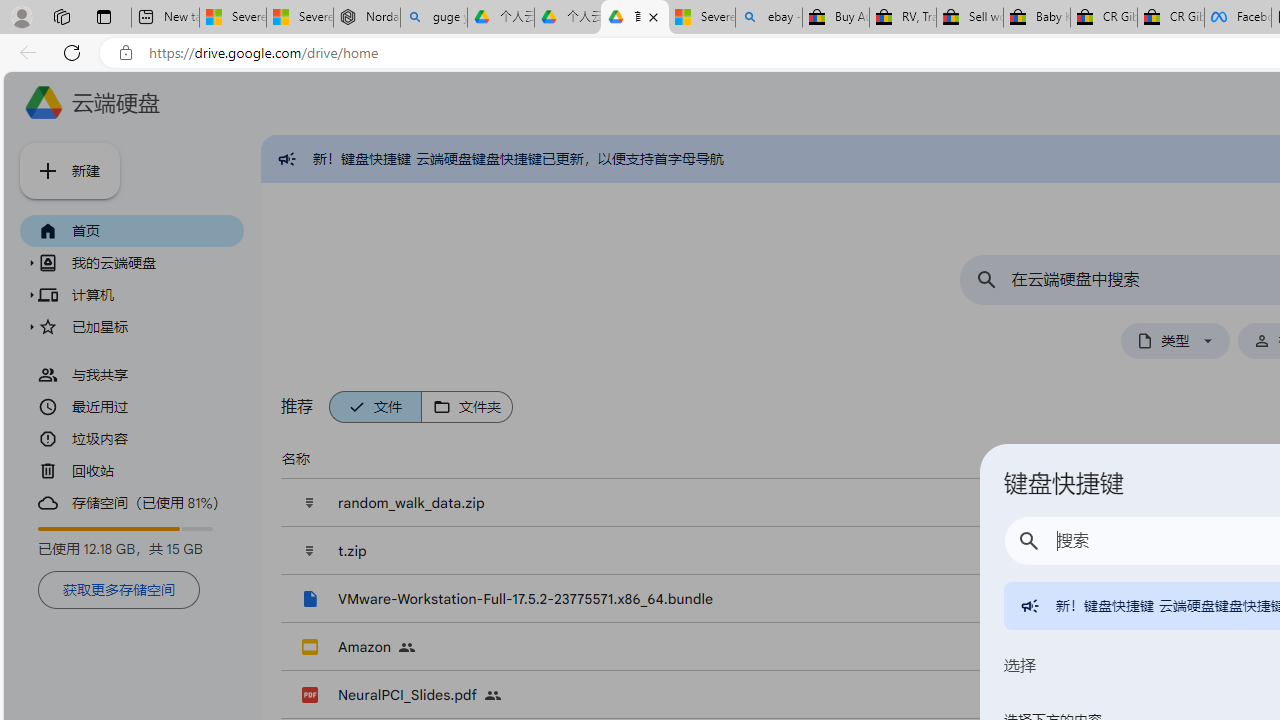 The width and height of the screenshot is (1280, 720). I want to click on 'Buy Auto Parts & Accessories | eBay', so click(835, 17).